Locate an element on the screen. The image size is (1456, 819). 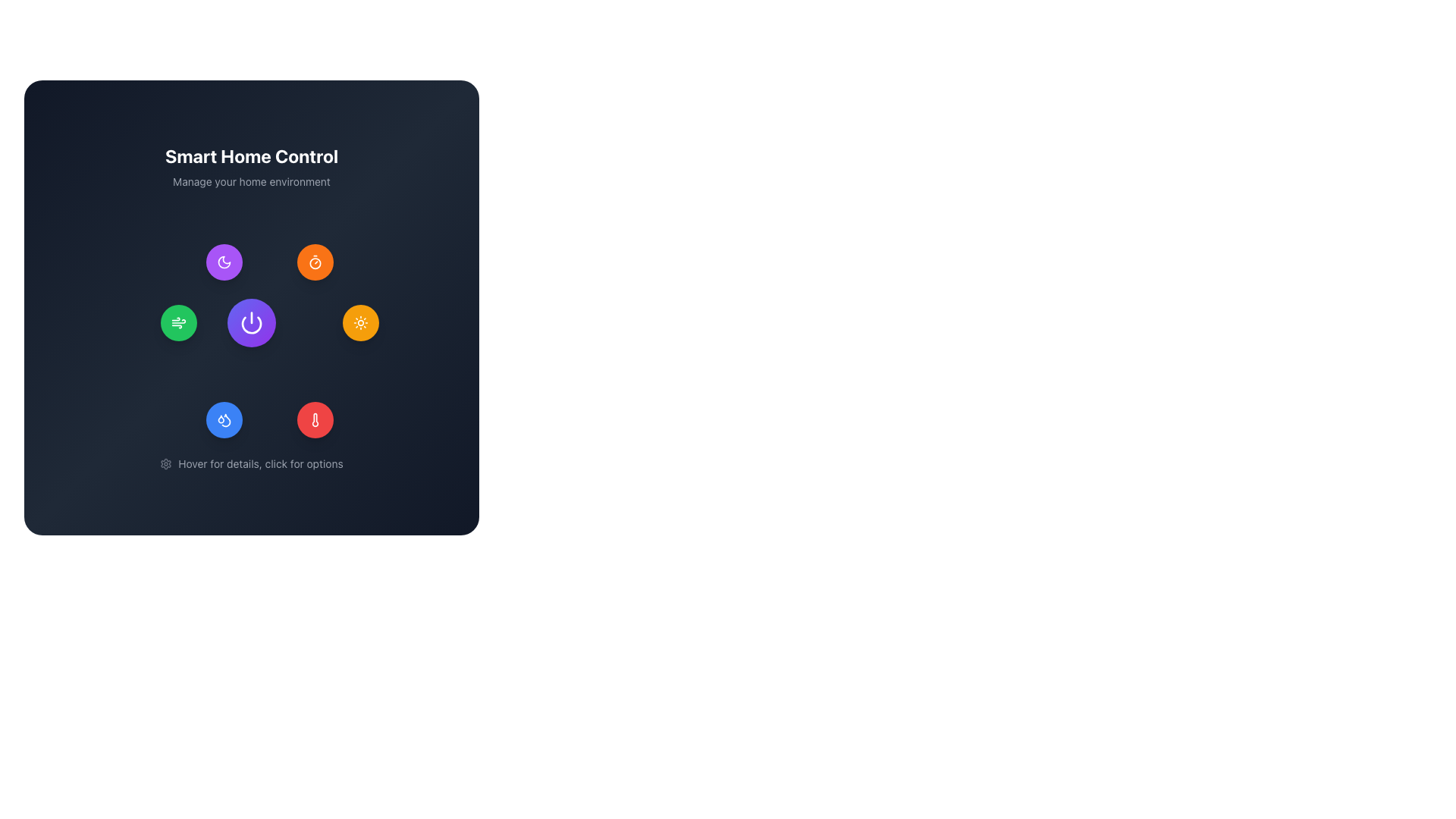
the blue circular button featuring an icon of two droplets is located at coordinates (224, 420).